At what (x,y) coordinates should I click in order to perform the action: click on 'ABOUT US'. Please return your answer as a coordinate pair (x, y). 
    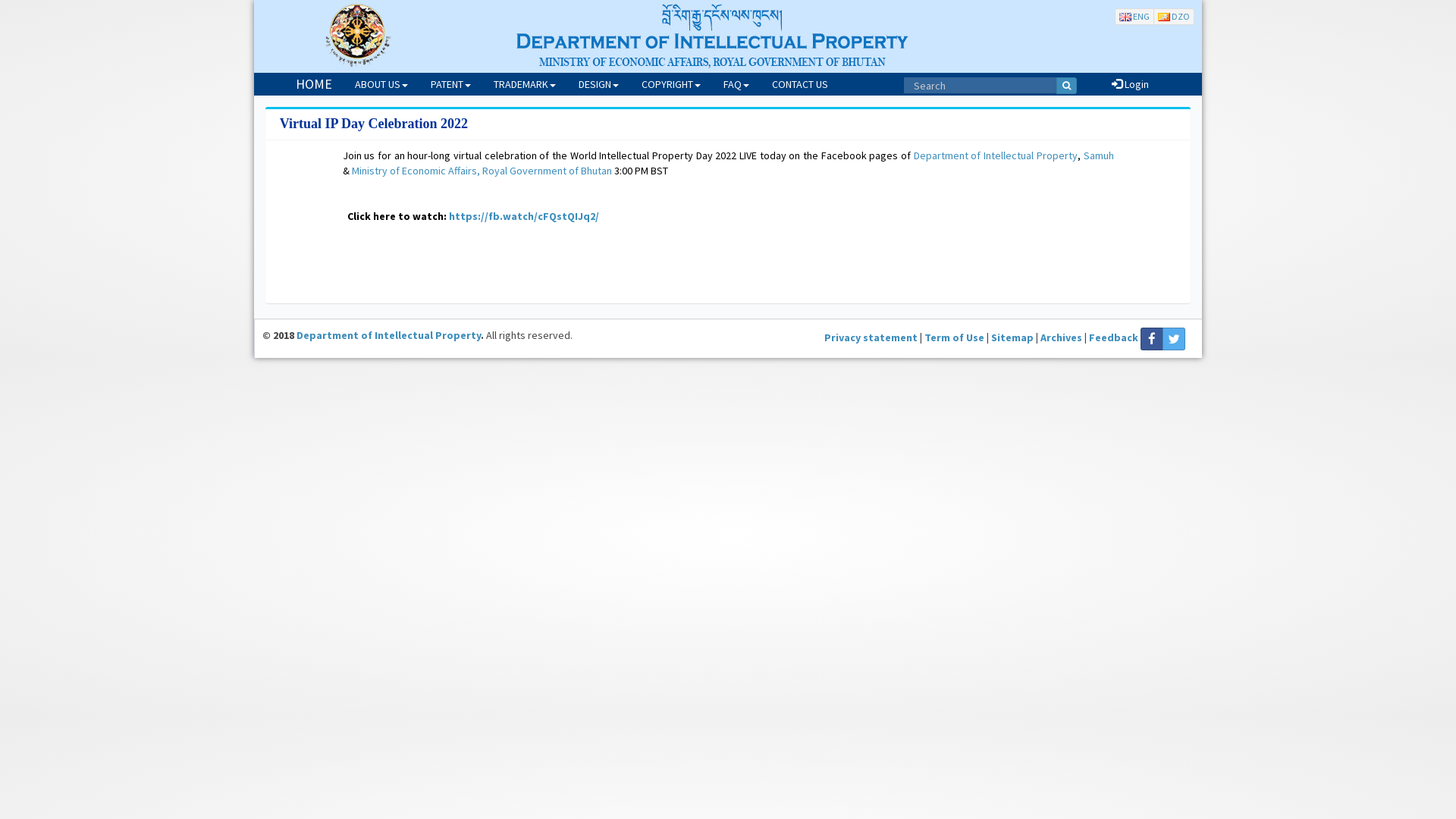
    Looking at the image, I should click on (342, 84).